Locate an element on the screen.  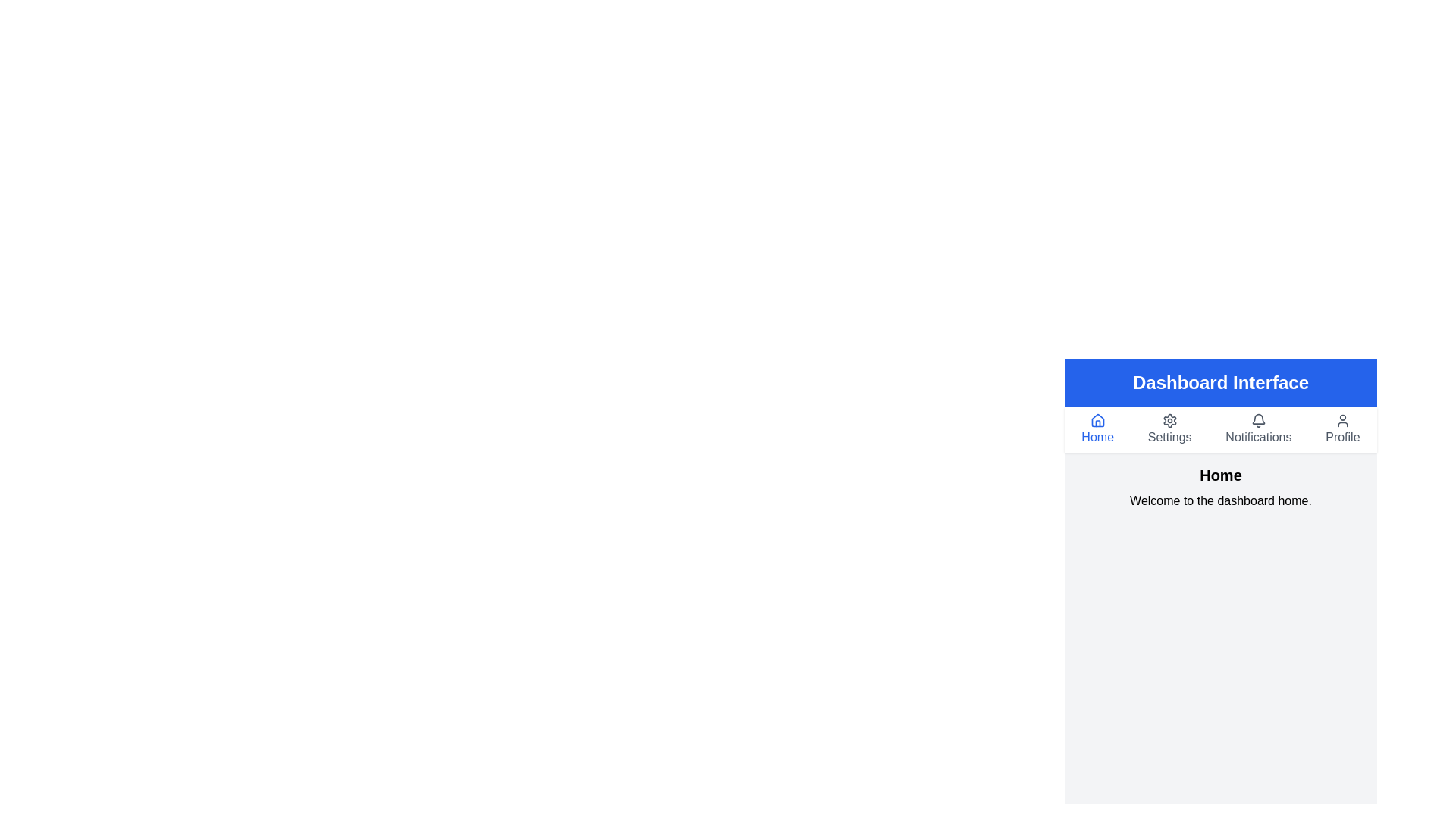
the 'Settings' text label in the navigation menu, which is the second item from the left, located below the 'Dashboard Interface' header is located at coordinates (1169, 438).